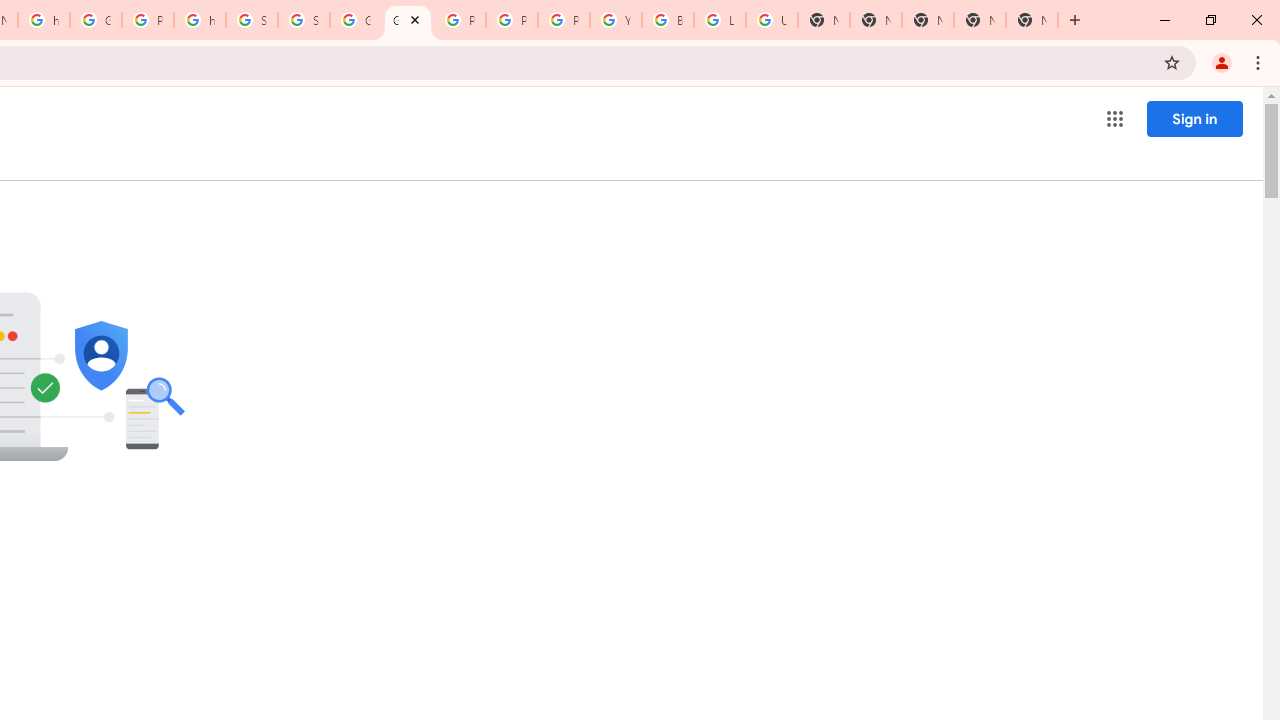 The height and width of the screenshot is (720, 1280). What do you see at coordinates (615, 20) in the screenshot?
I see `'YouTube'` at bounding box center [615, 20].